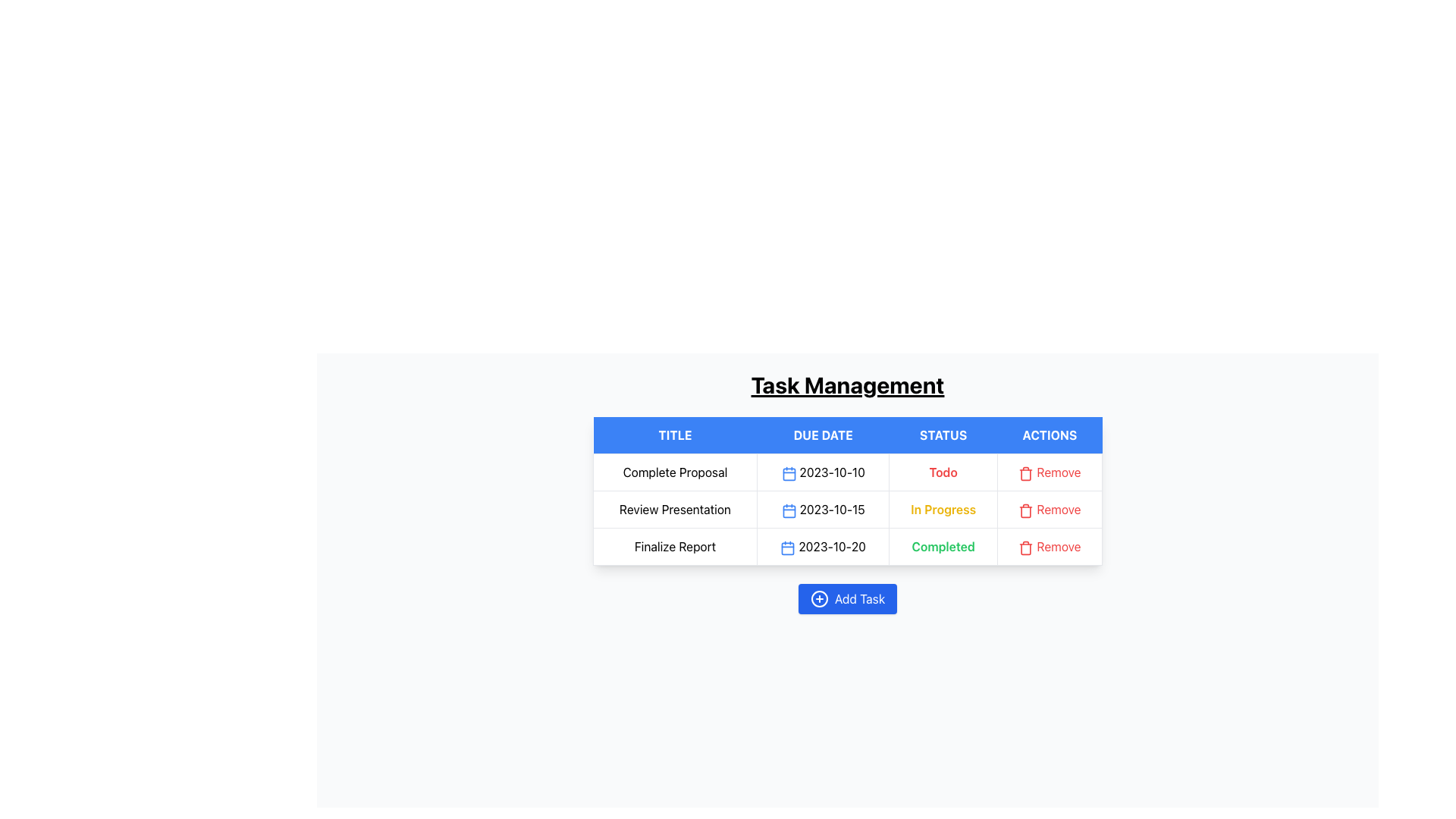 Image resolution: width=1456 pixels, height=819 pixels. I want to click on the rounded blue icon with a white cross, located left of the 'Add Task' text label, so click(818, 598).